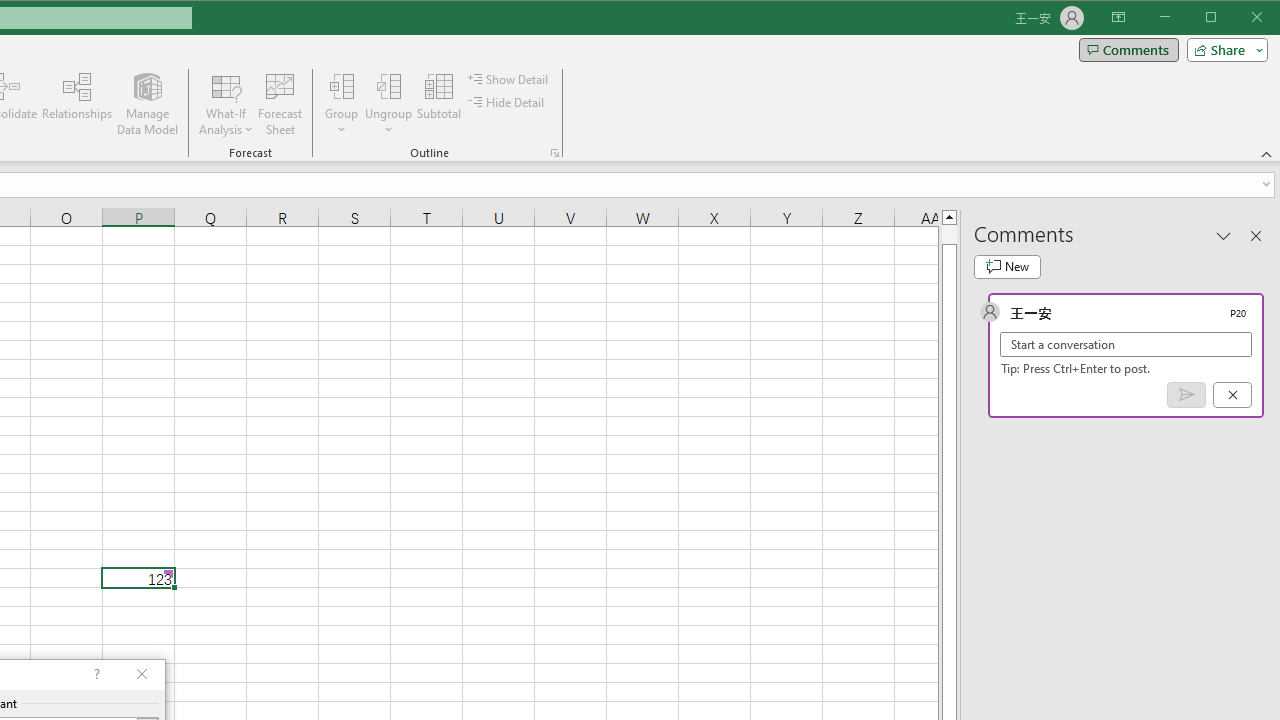  Describe the element at coordinates (1007, 266) in the screenshot. I see `'New comment'` at that location.